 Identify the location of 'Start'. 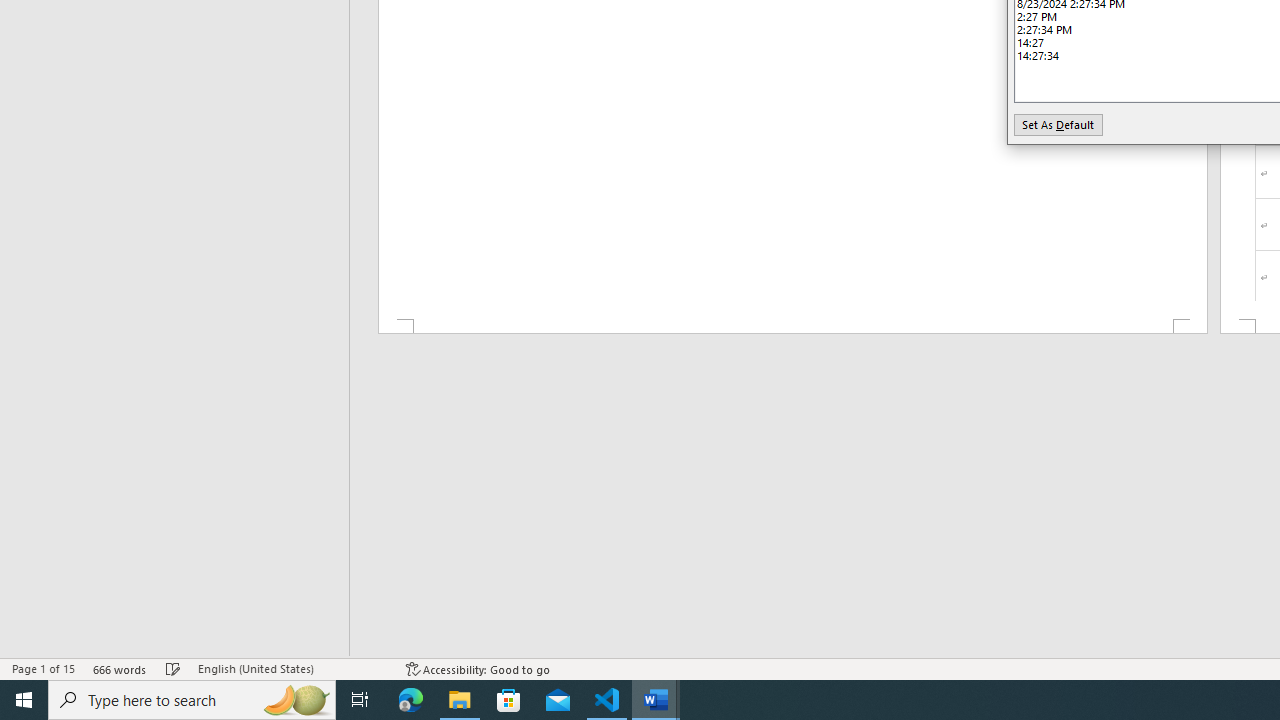
(24, 698).